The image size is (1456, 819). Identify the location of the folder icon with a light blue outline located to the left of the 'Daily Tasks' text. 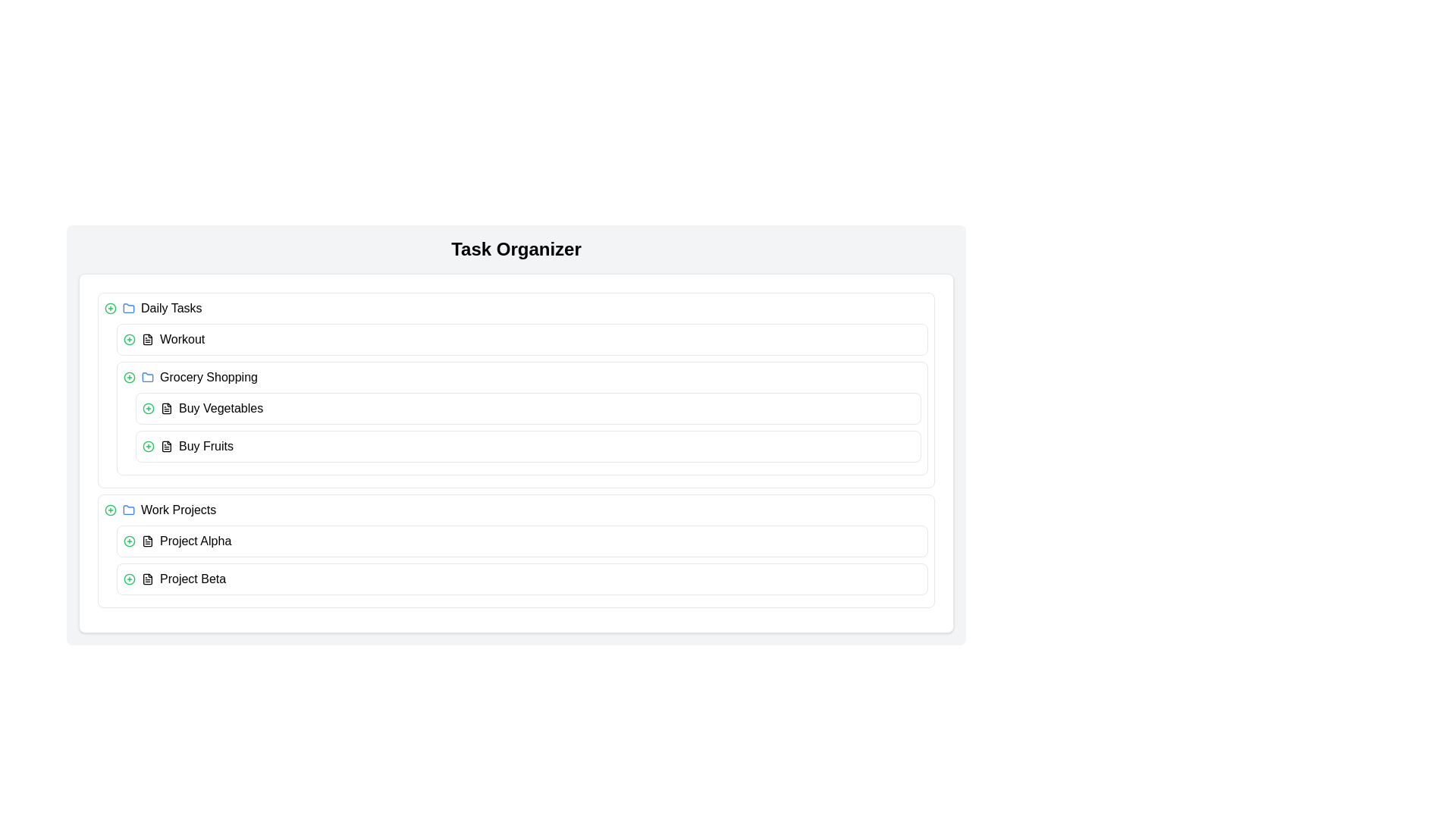
(128, 308).